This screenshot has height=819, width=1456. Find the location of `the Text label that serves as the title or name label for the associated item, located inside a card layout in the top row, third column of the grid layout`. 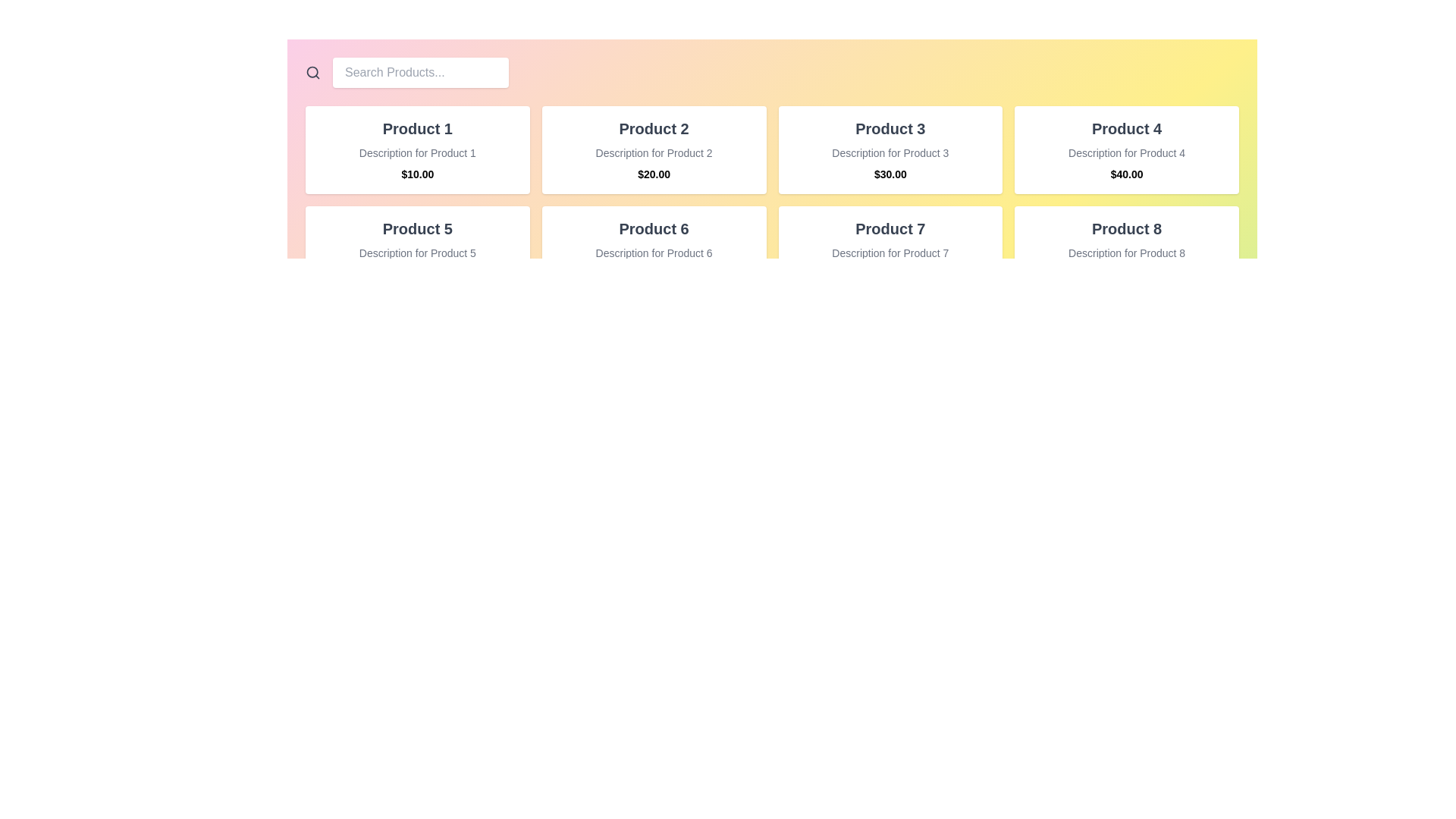

the Text label that serves as the title or name label for the associated item, located inside a card layout in the top row, third column of the grid layout is located at coordinates (890, 127).